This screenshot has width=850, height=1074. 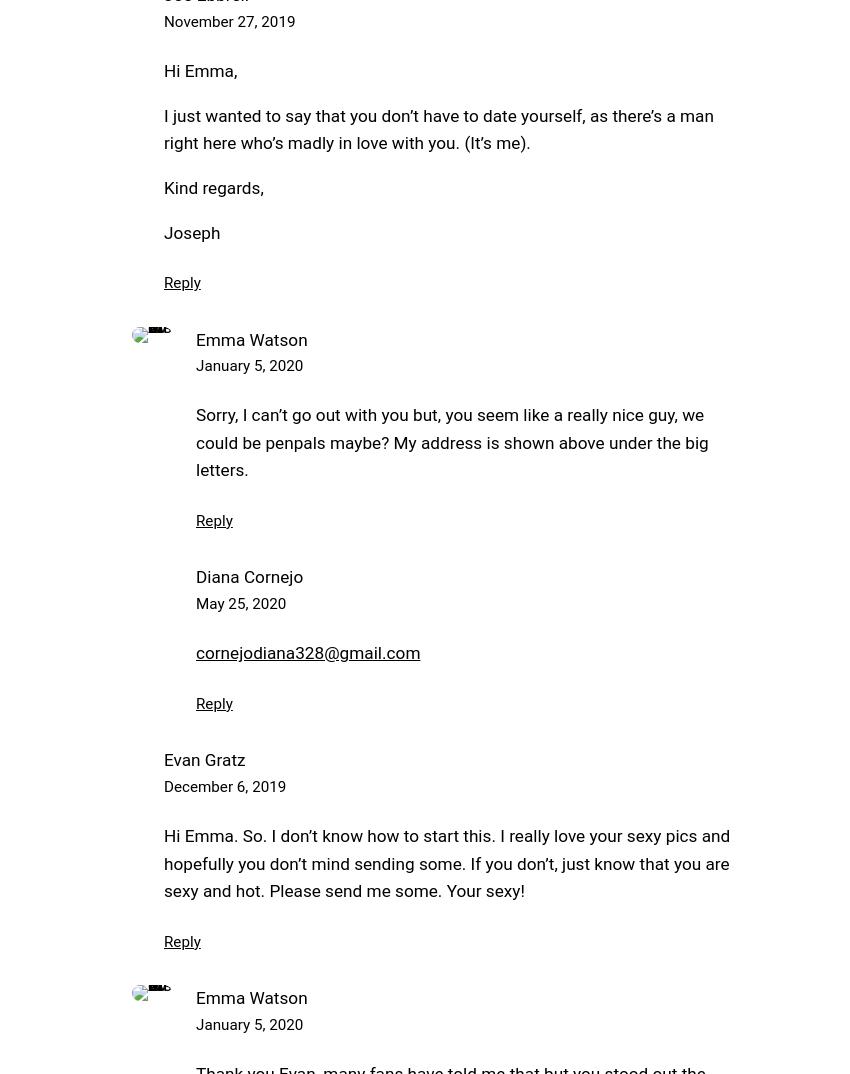 What do you see at coordinates (308, 651) in the screenshot?
I see `'cornejodiana328@gmail.com'` at bounding box center [308, 651].